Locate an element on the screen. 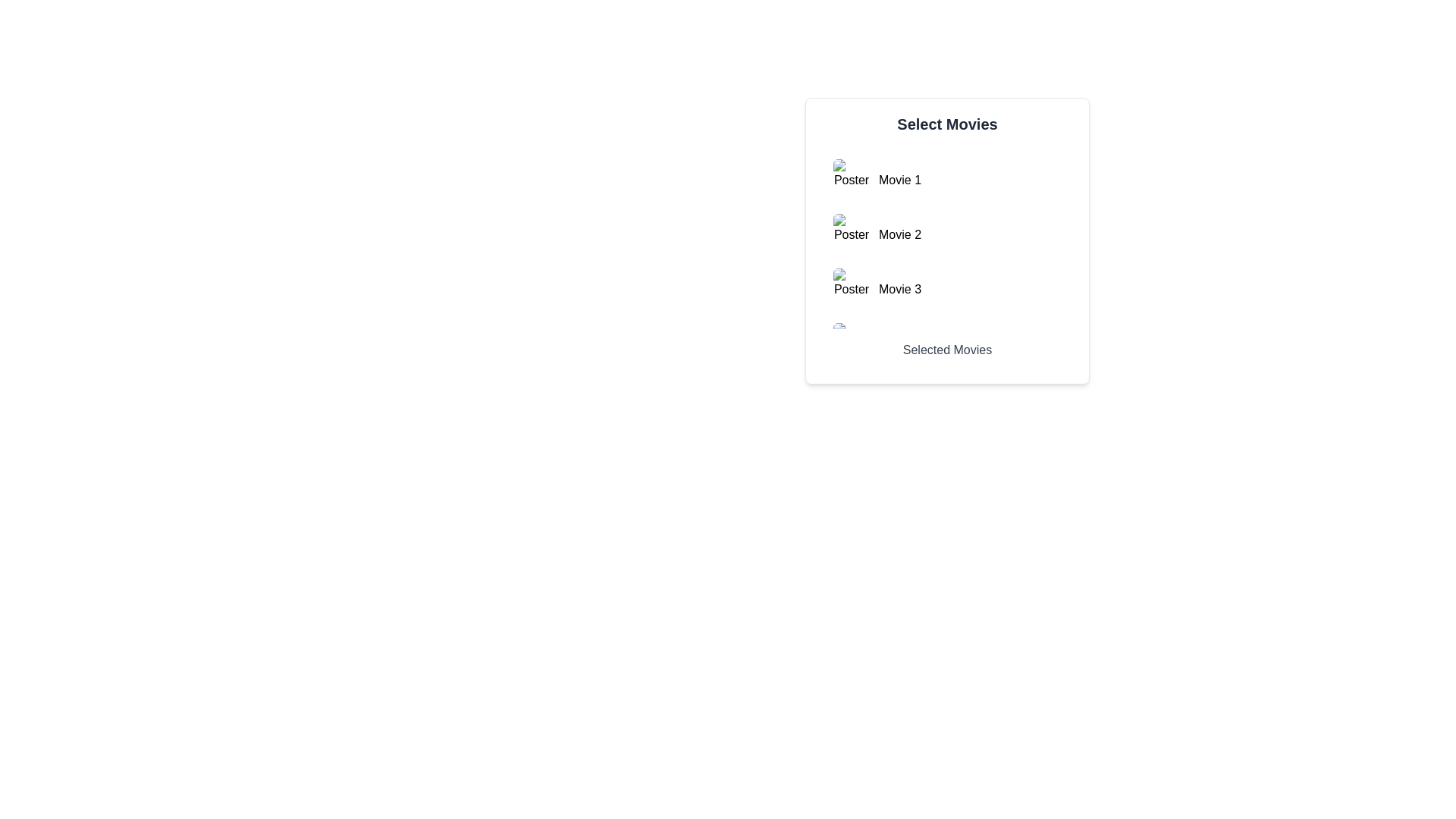  the image placeholder representing the movie poster for 'Movie 3' located in the 'Select Movies' block is located at coordinates (852, 289).